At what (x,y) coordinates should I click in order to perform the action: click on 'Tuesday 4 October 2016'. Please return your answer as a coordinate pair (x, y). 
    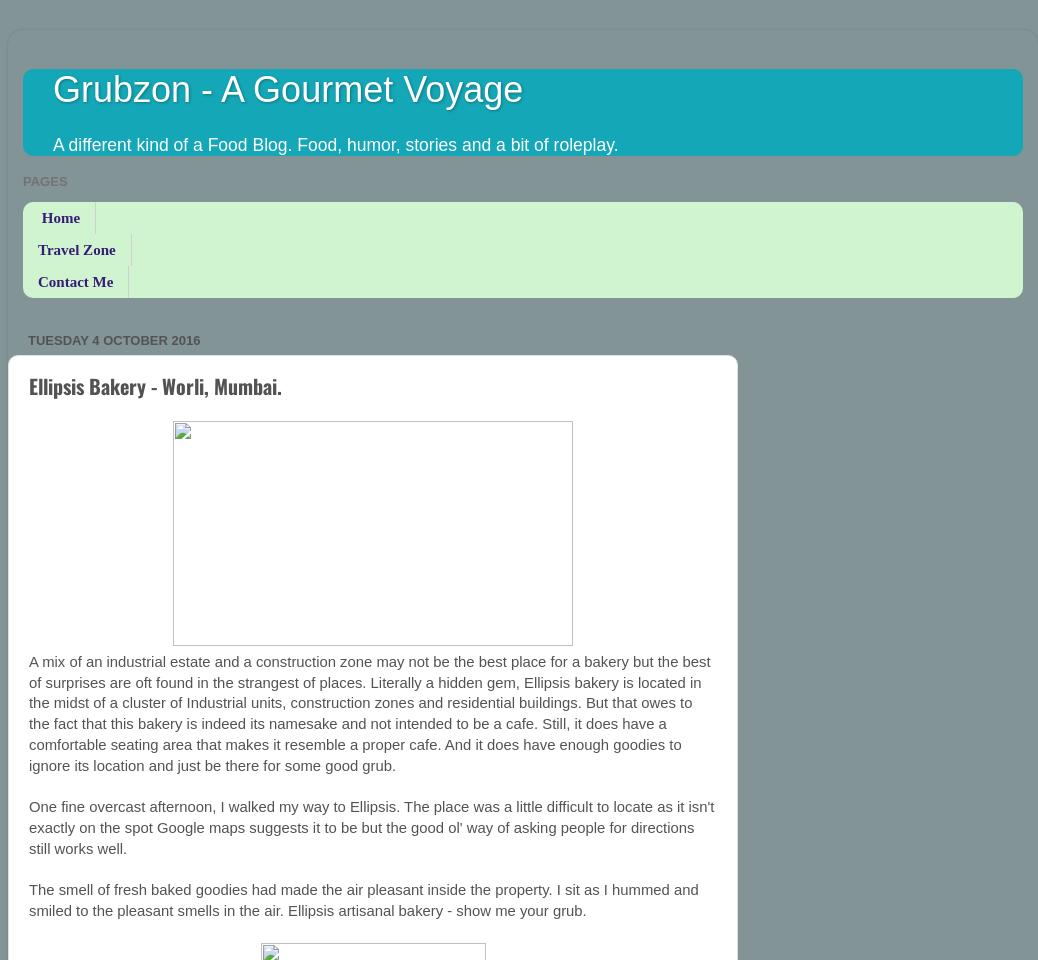
    Looking at the image, I should click on (27, 340).